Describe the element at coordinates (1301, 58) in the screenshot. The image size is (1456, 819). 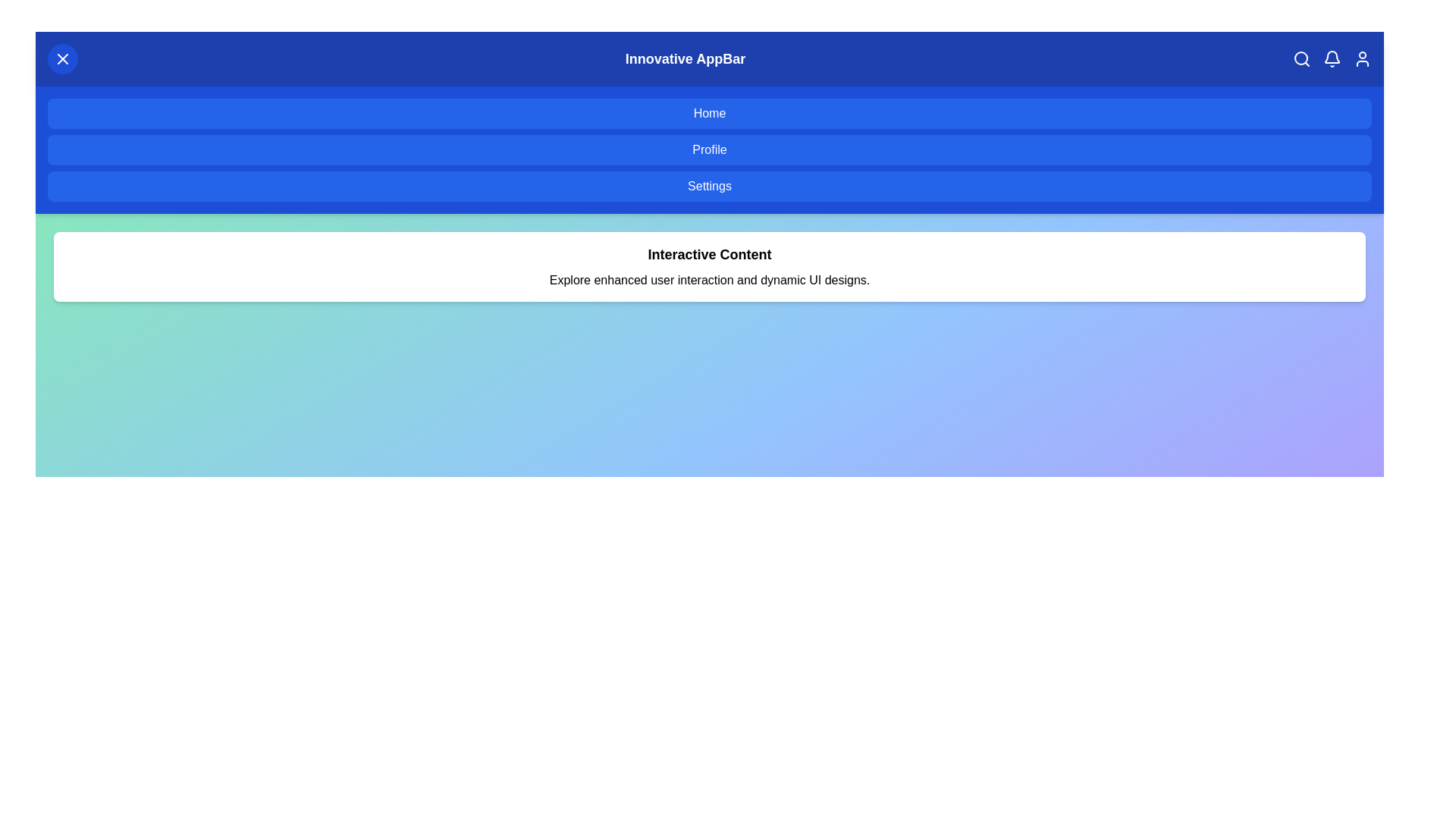
I see `the Search icon in the header` at that location.